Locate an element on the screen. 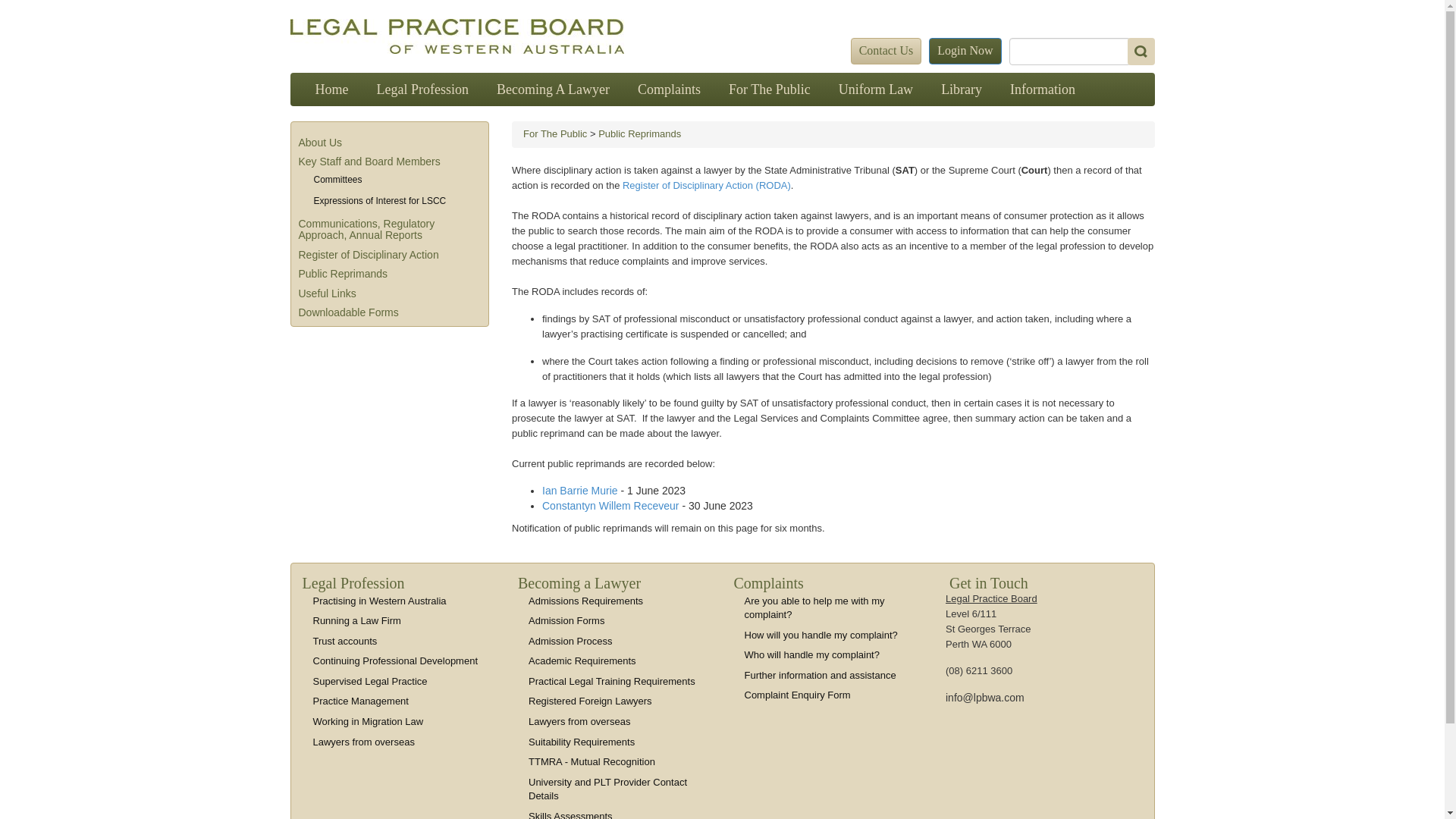  'Further information and assistance' is located at coordinates (819, 674).